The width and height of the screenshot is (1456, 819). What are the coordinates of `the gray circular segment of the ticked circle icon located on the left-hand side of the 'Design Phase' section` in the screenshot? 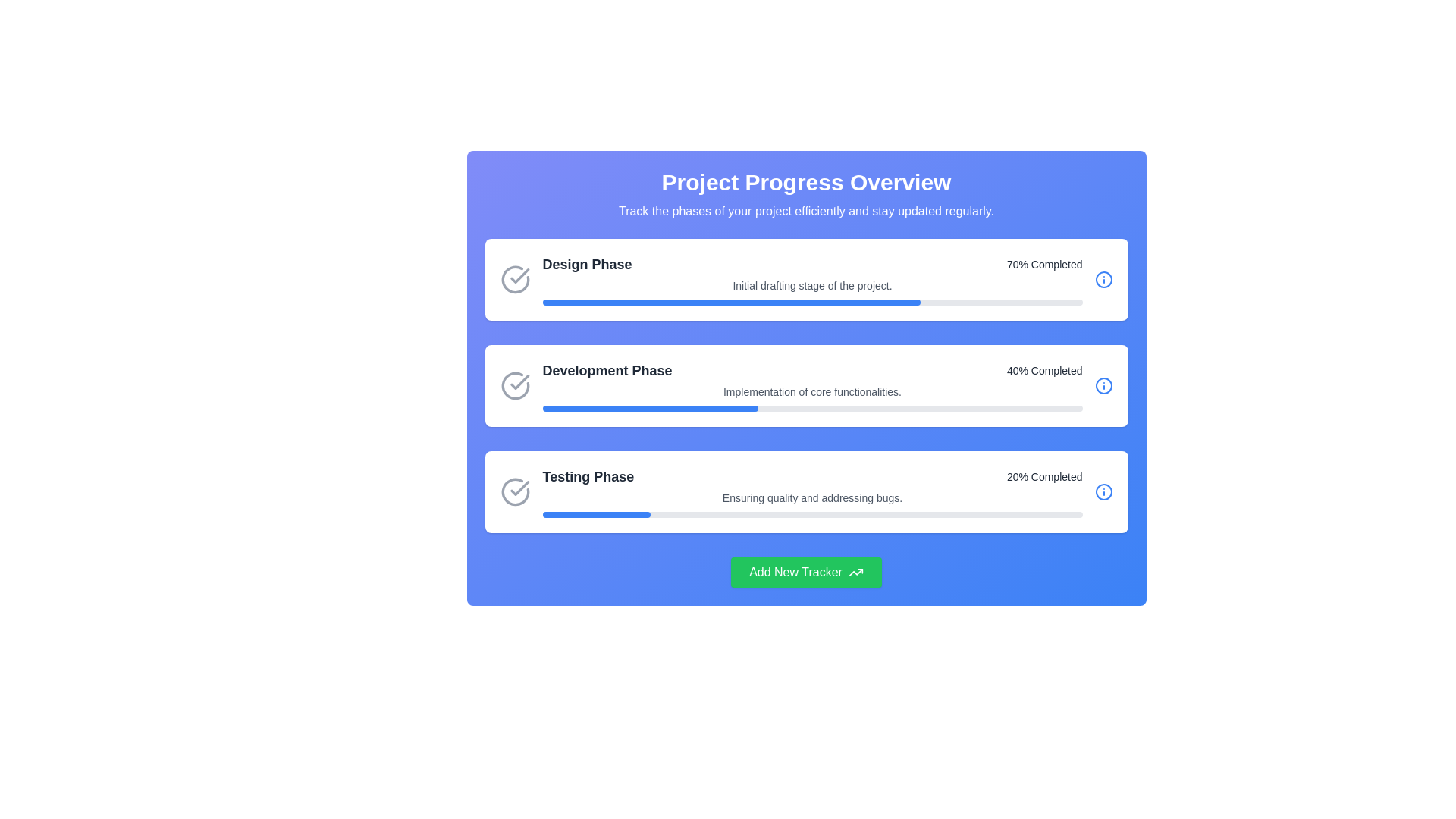 It's located at (515, 280).